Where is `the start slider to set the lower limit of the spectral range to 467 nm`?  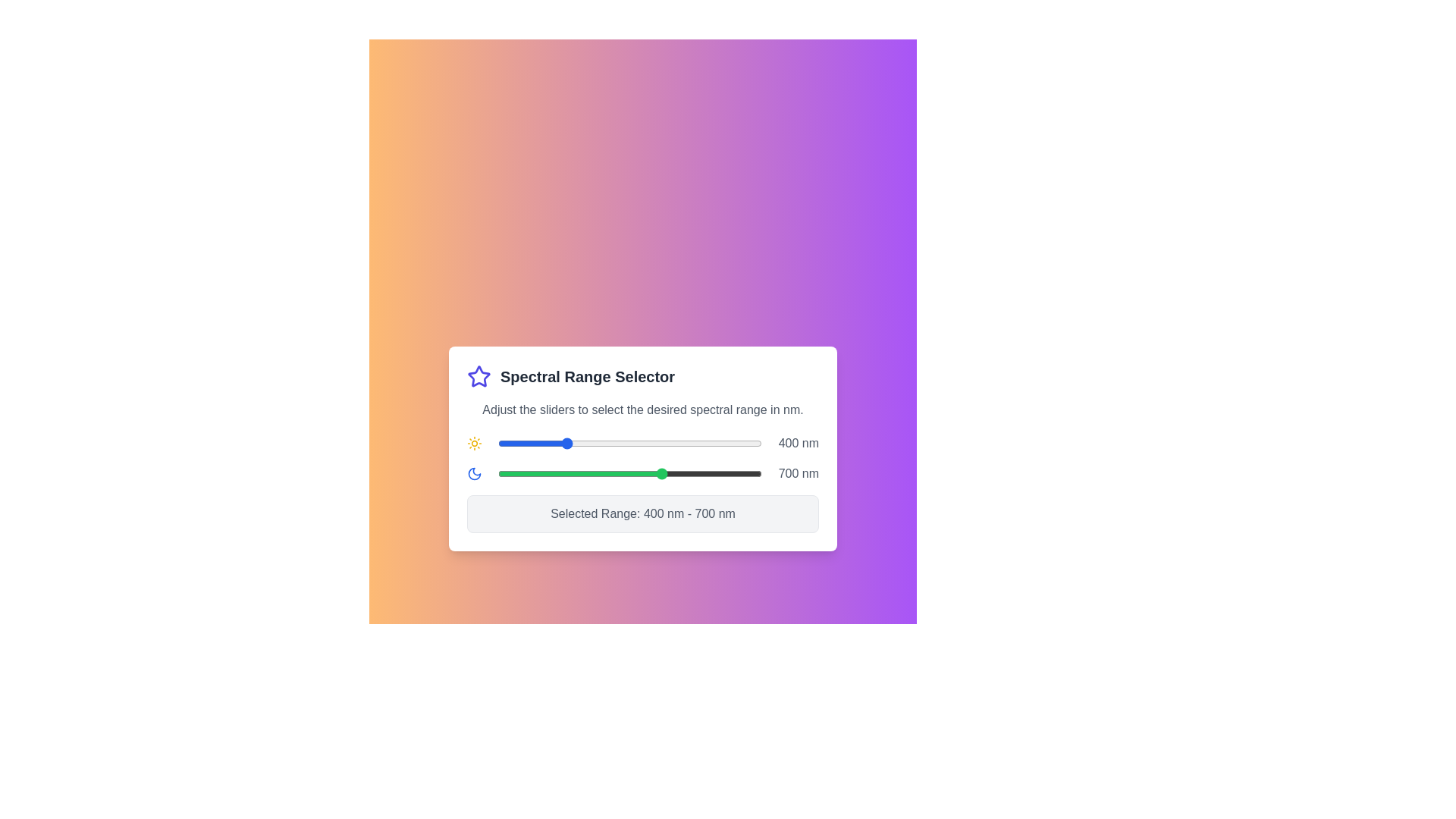 the start slider to set the lower limit of the spectral range to 467 nm is located at coordinates (585, 444).